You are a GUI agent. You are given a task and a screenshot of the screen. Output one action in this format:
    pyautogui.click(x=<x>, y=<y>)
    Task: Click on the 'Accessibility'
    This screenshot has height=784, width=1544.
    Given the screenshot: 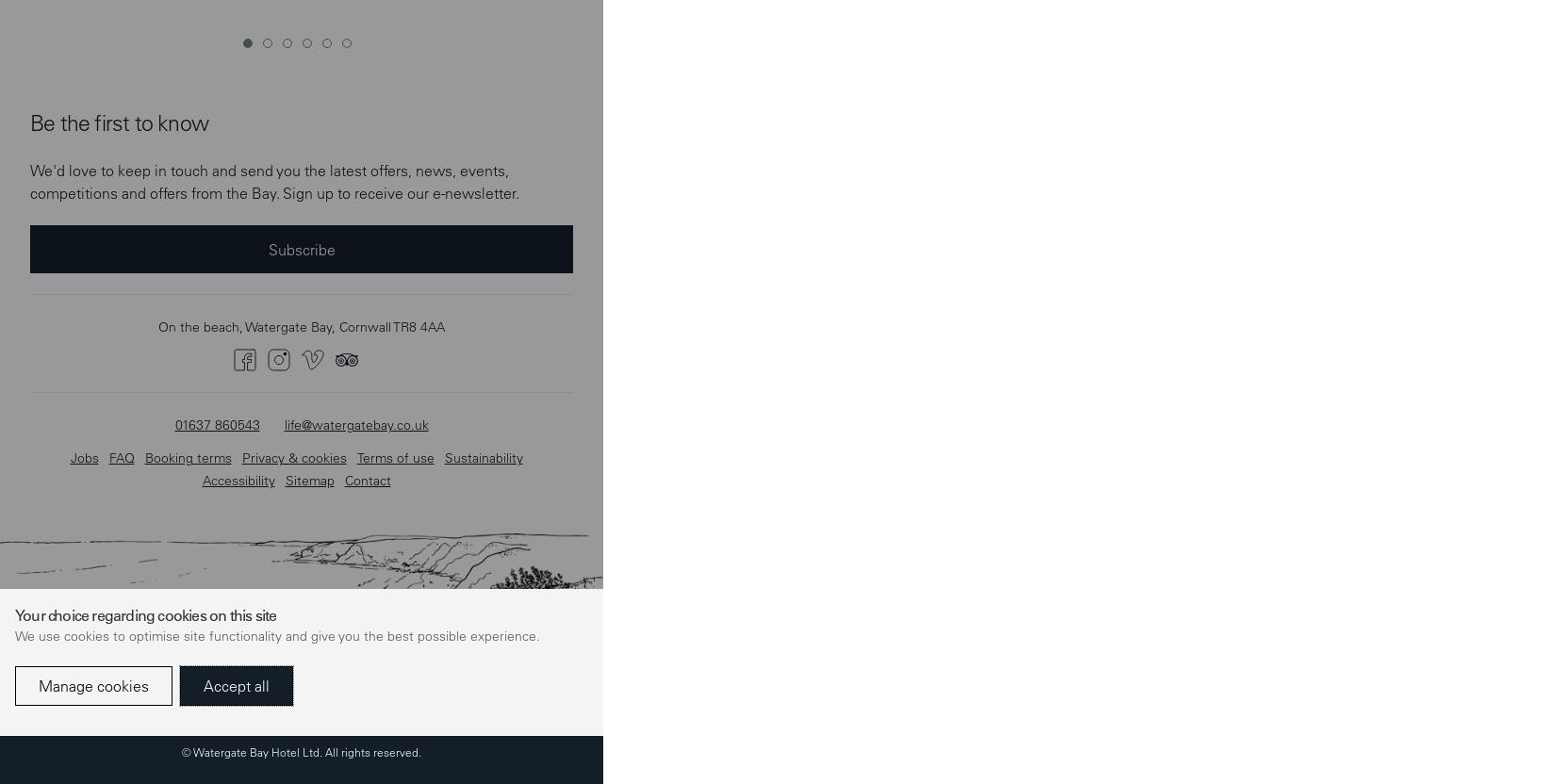 What is the action you would take?
    pyautogui.click(x=201, y=59)
    